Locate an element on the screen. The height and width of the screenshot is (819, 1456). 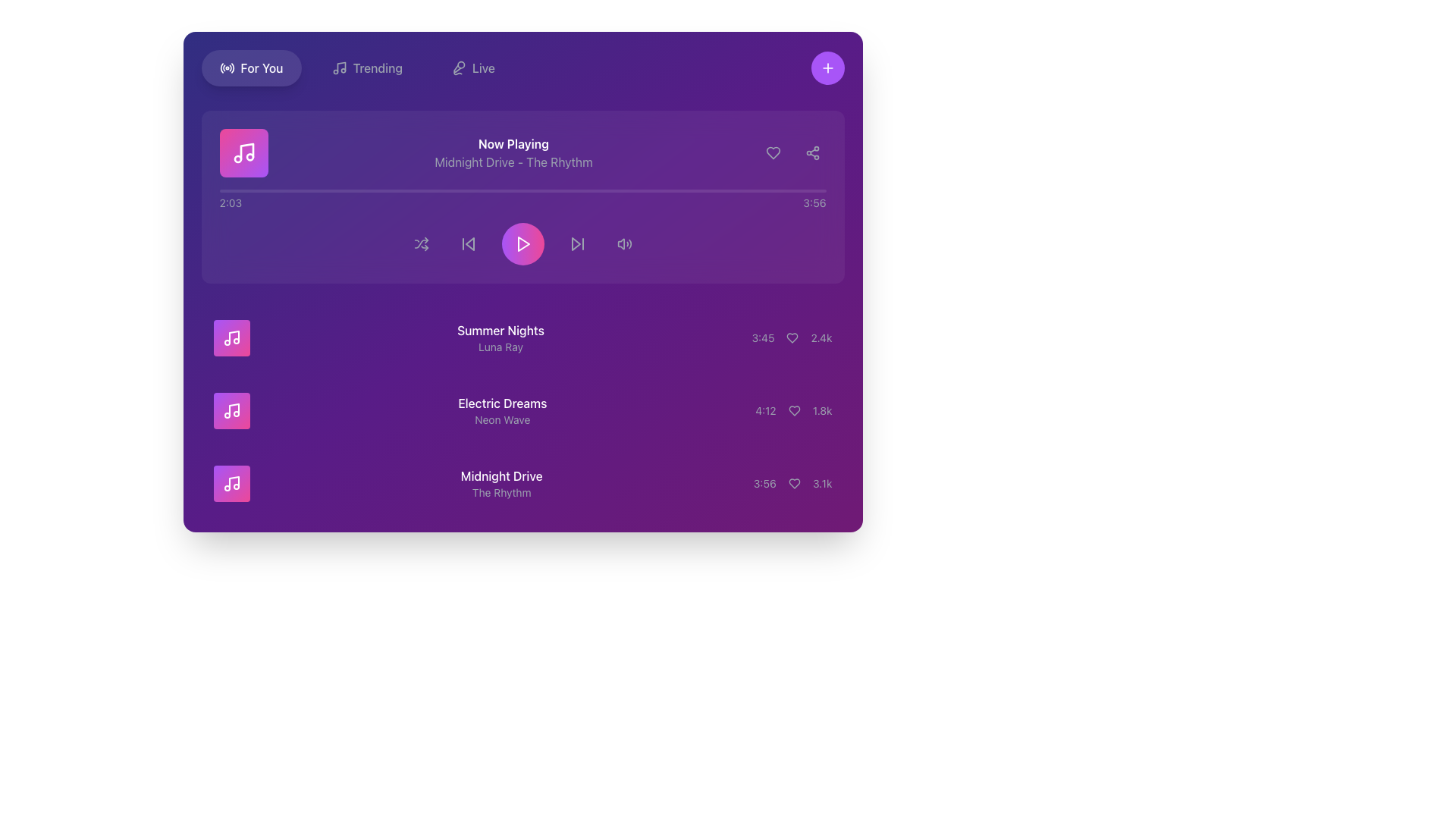
the Display Panel that shows the currently playing track, located above the playback controls and below the header menu is located at coordinates (522, 152).